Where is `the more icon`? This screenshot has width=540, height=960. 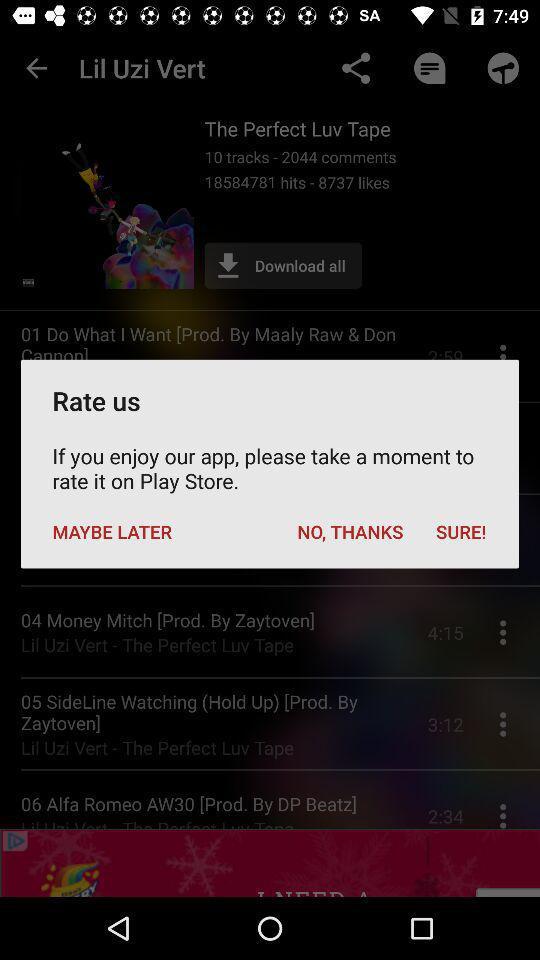
the more icon is located at coordinates (508, 789).